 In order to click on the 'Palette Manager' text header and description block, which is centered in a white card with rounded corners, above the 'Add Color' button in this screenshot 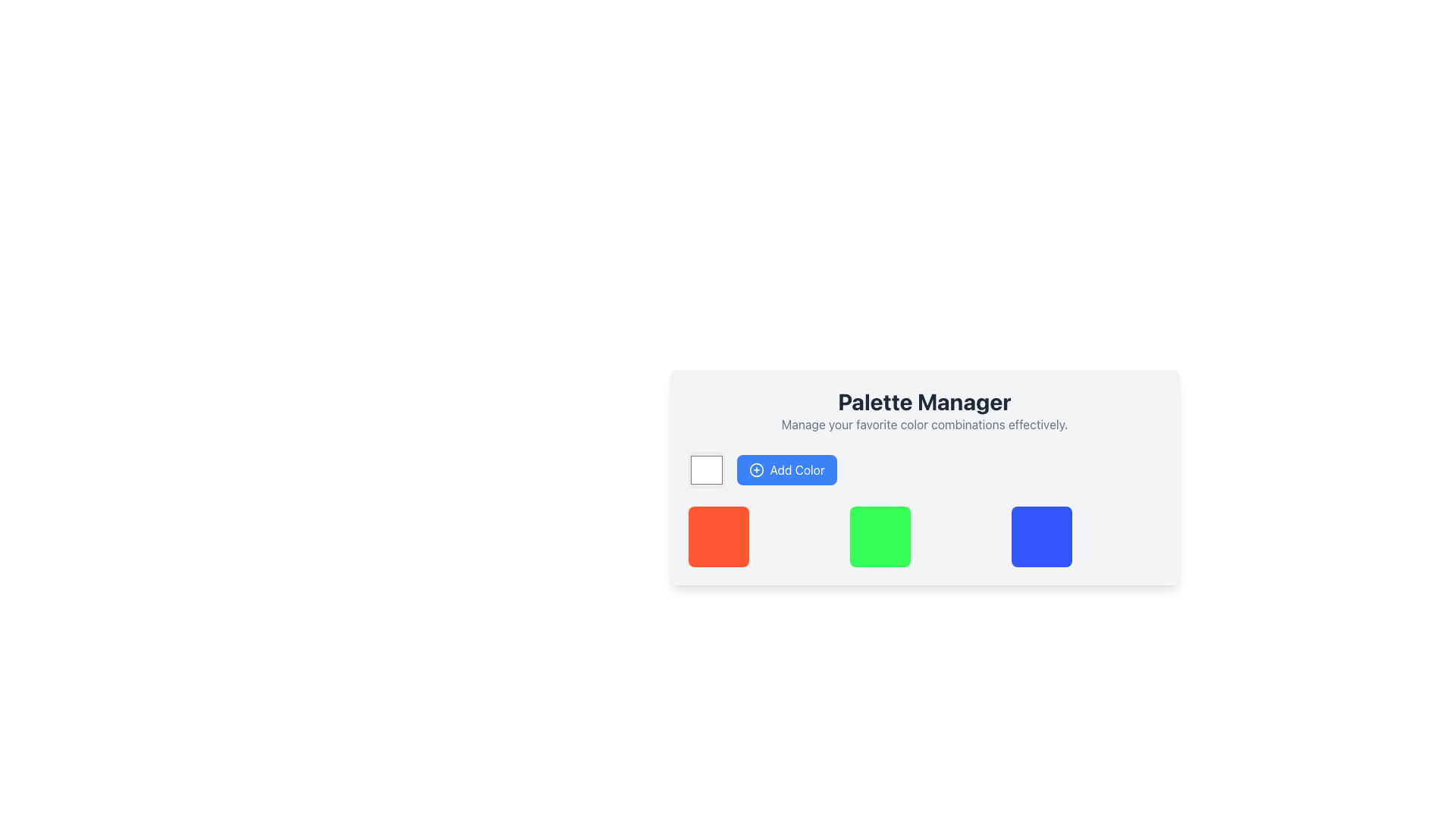, I will do `click(924, 411)`.